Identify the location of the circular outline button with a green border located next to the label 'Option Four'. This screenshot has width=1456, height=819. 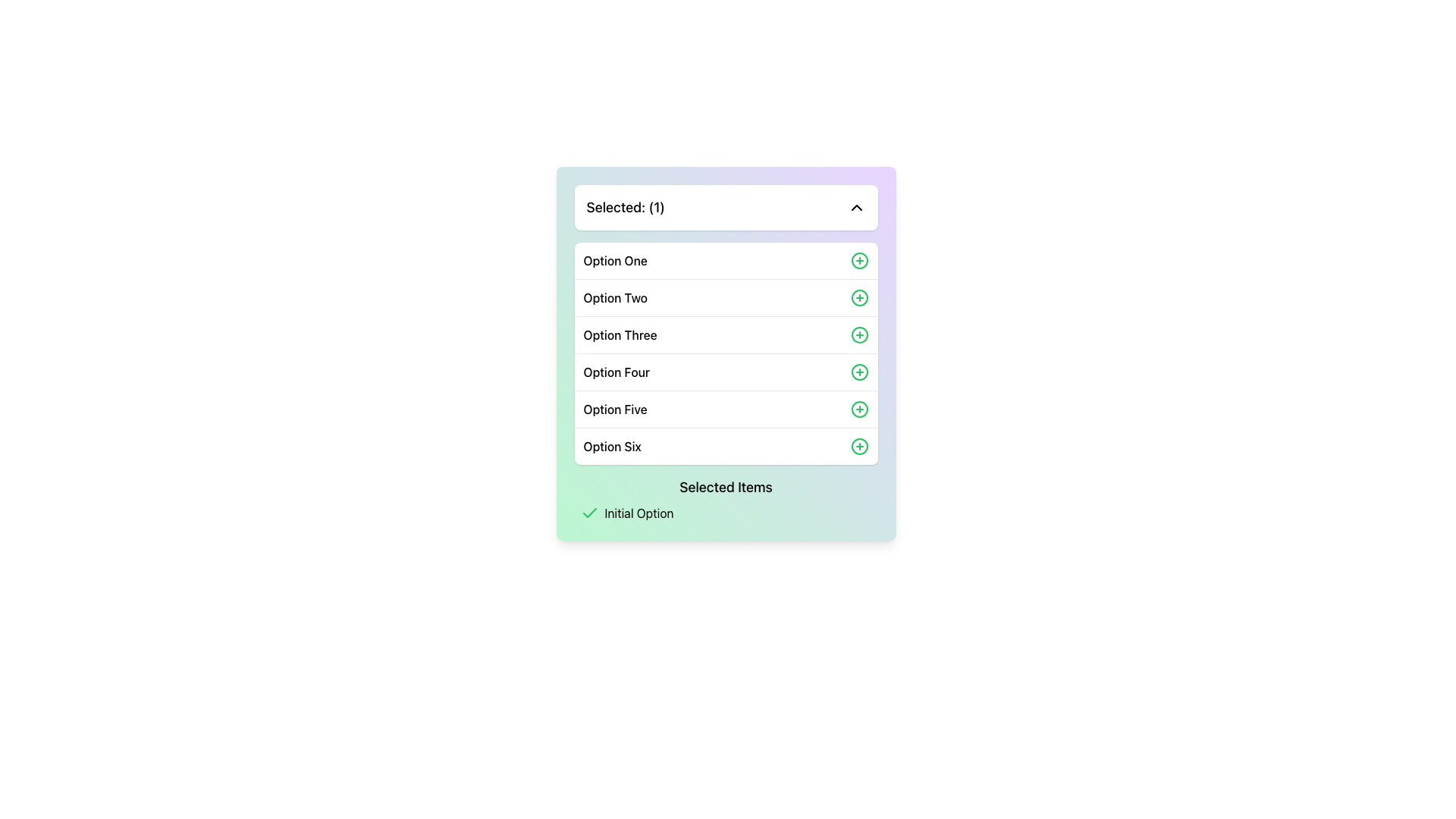
(859, 372).